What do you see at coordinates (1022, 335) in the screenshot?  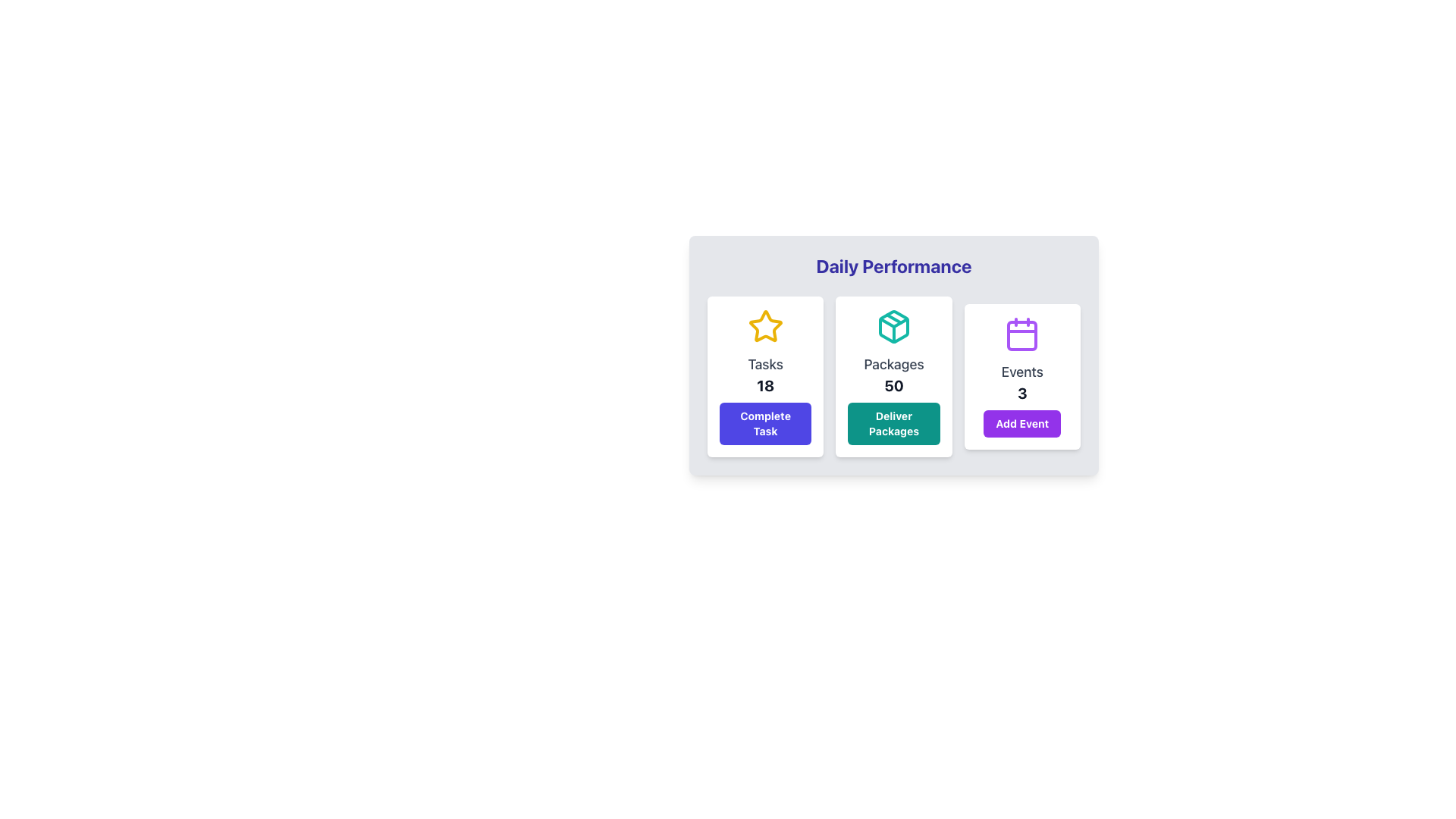 I see `the graphical SVG shape within the calendar icon located in the rightmost card labeled 'Events 3' under the 'Daily Performance' section` at bounding box center [1022, 335].